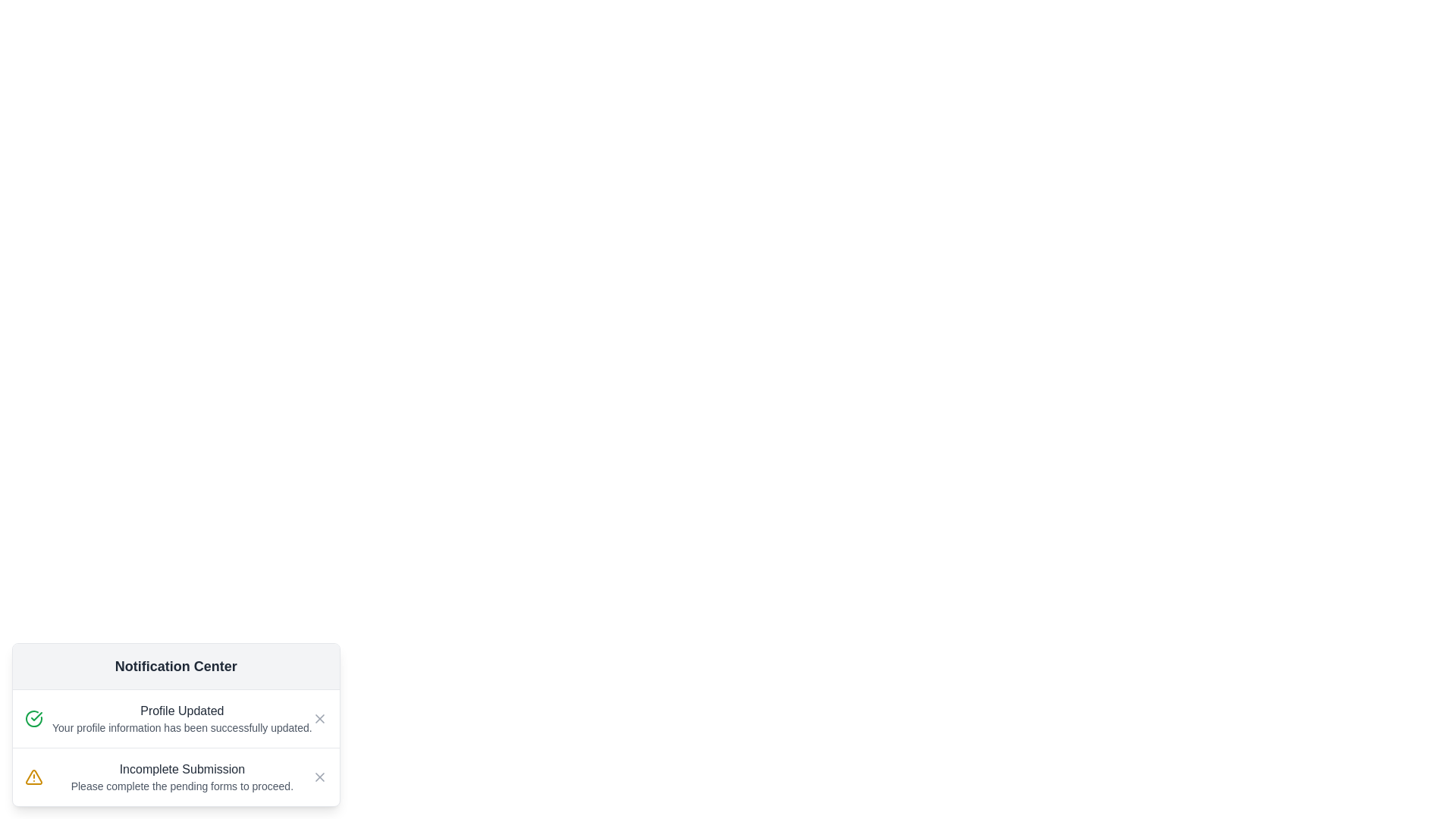 This screenshot has height=819, width=1456. What do you see at coordinates (182, 786) in the screenshot?
I see `message displayed in the text label that says 'Please complete the pending forms to proceed.' located below the title 'Incomplete Submission' in the notification card` at bounding box center [182, 786].